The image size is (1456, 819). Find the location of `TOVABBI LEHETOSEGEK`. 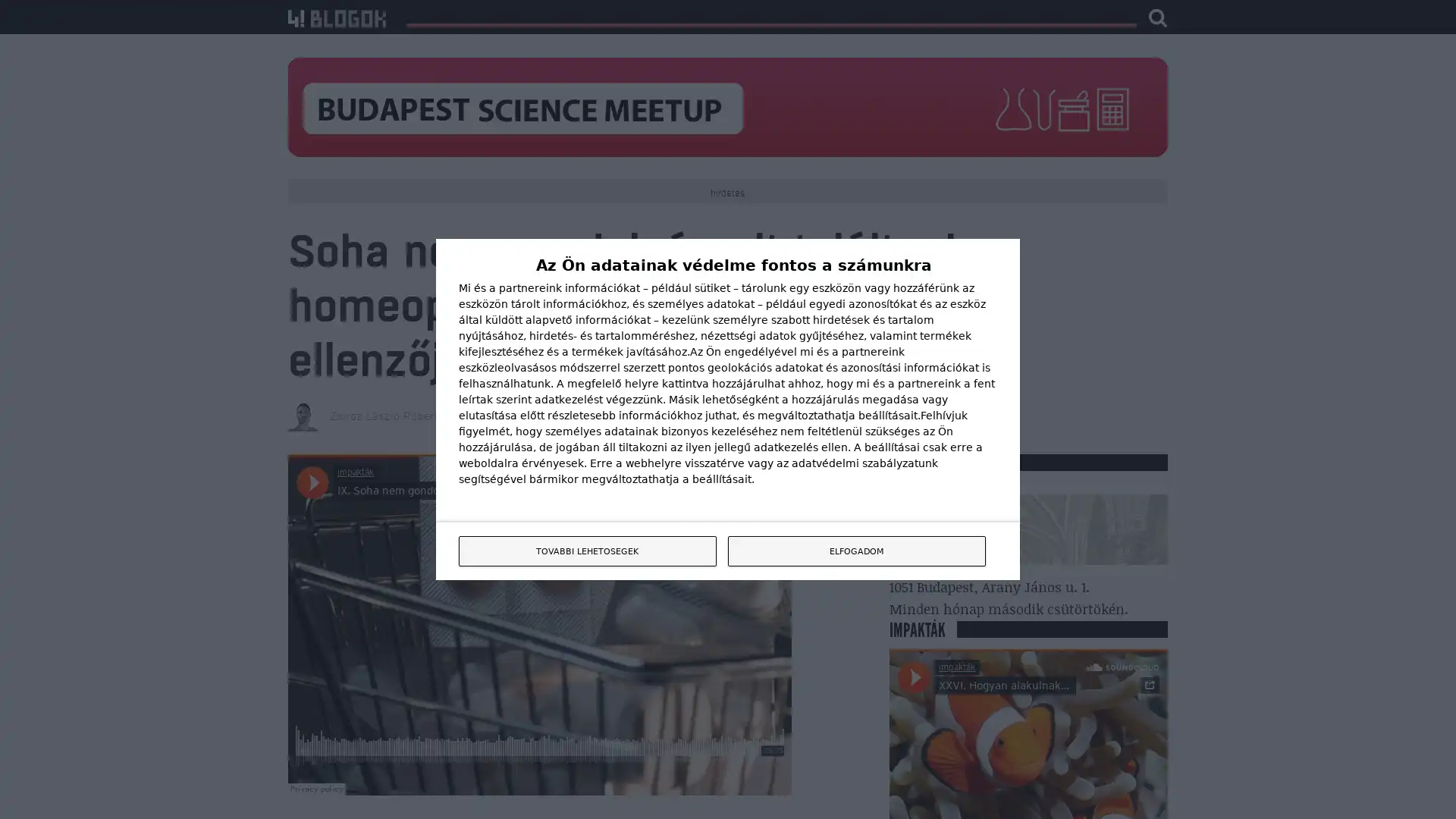

TOVABBI LEHETOSEGEK is located at coordinates (586, 551).